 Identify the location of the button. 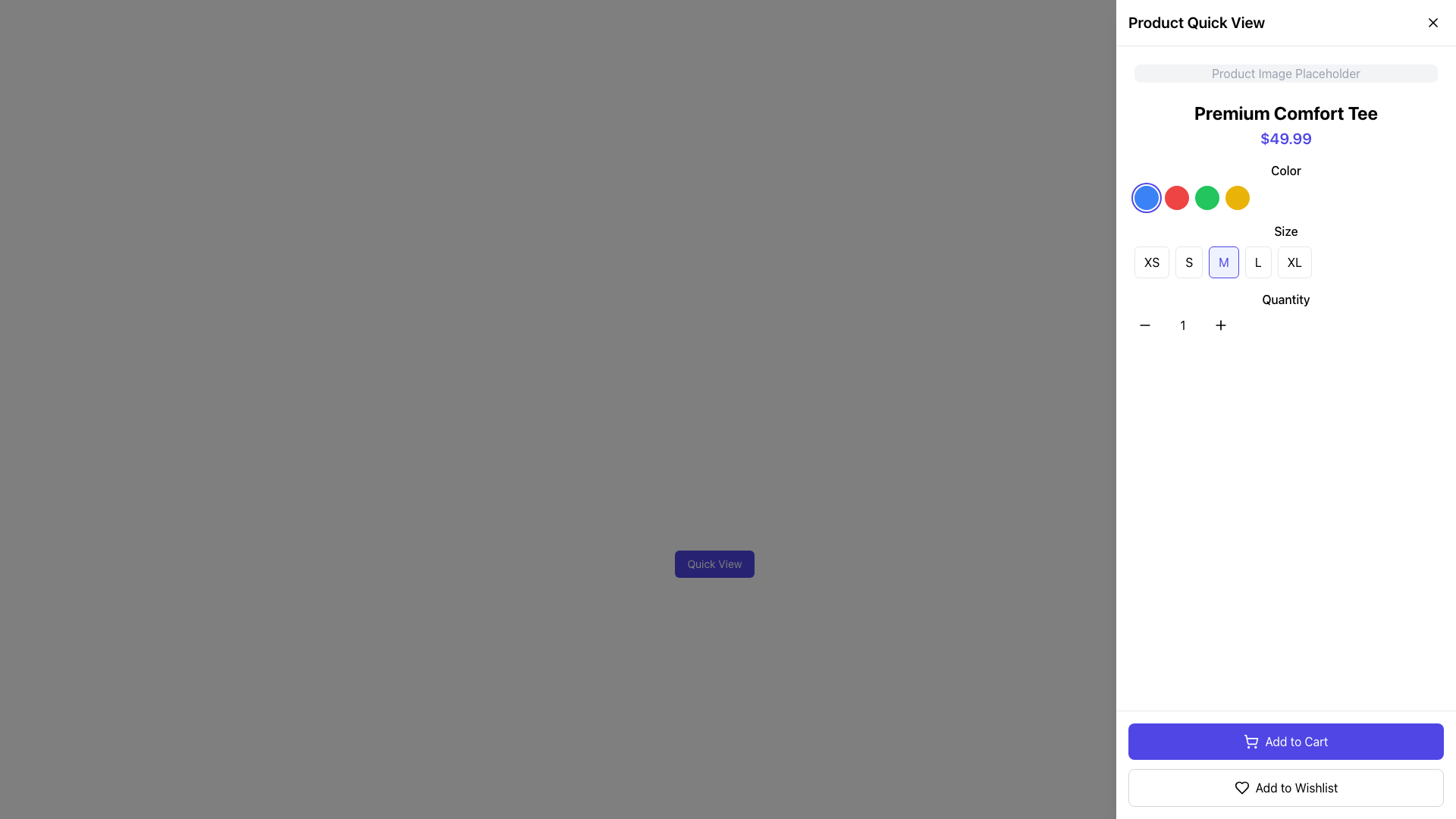
(1152, 262).